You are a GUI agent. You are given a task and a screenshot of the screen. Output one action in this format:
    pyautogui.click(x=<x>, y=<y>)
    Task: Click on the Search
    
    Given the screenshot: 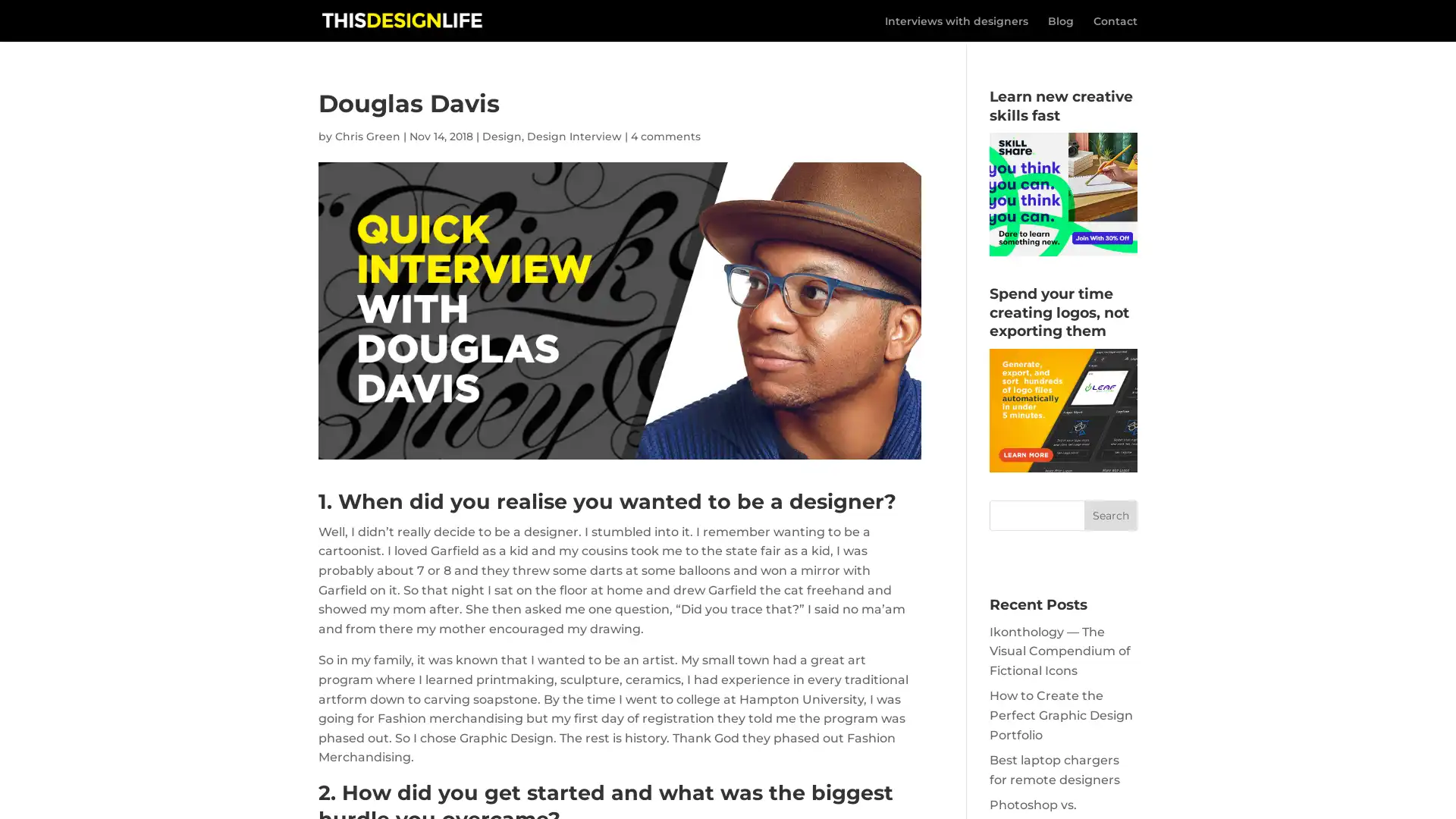 What is the action you would take?
    pyautogui.click(x=1110, y=514)
    